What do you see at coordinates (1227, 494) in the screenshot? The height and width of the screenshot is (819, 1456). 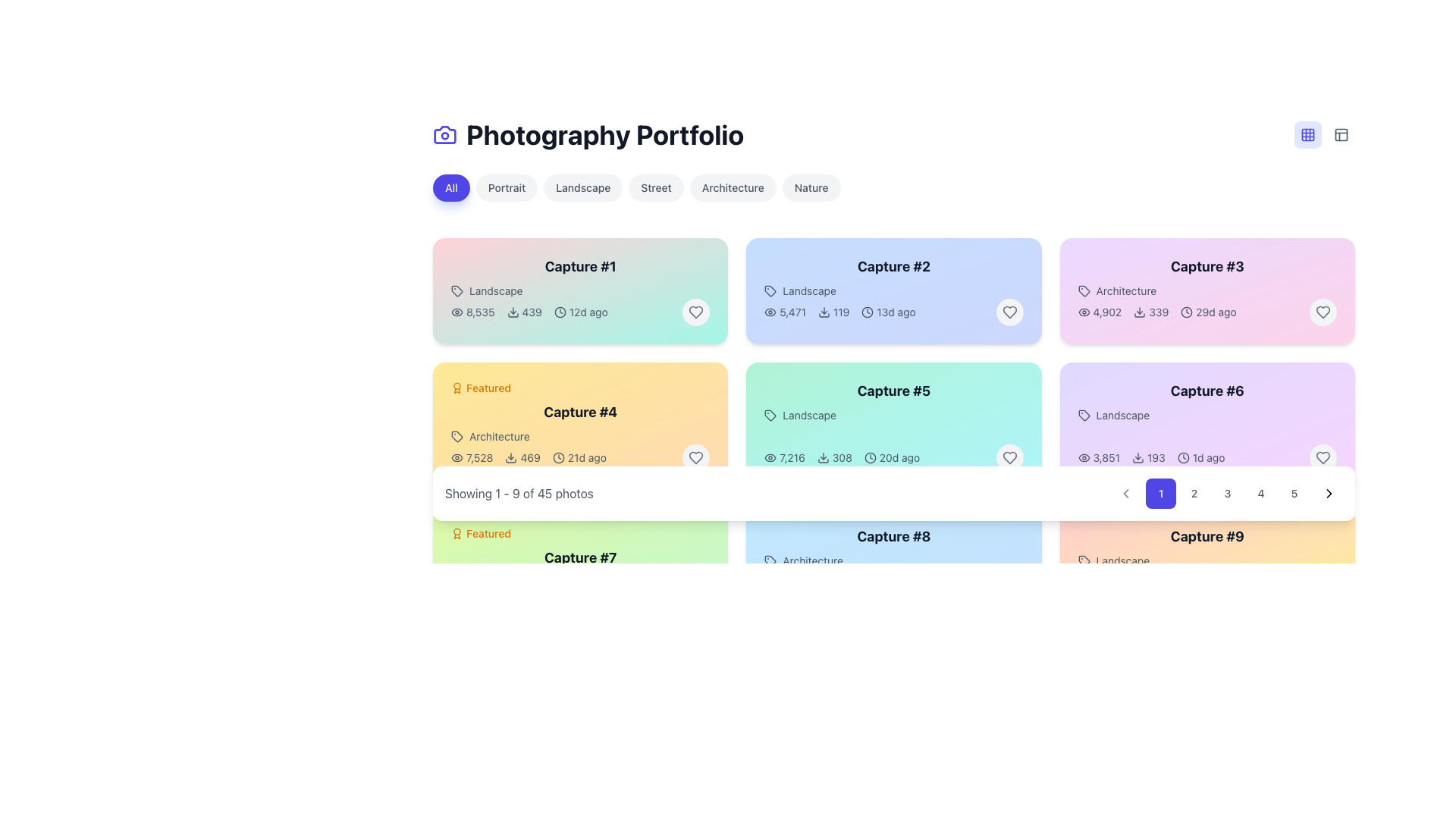 I see `the circular button with a white background displaying the numeral '3'` at bounding box center [1227, 494].